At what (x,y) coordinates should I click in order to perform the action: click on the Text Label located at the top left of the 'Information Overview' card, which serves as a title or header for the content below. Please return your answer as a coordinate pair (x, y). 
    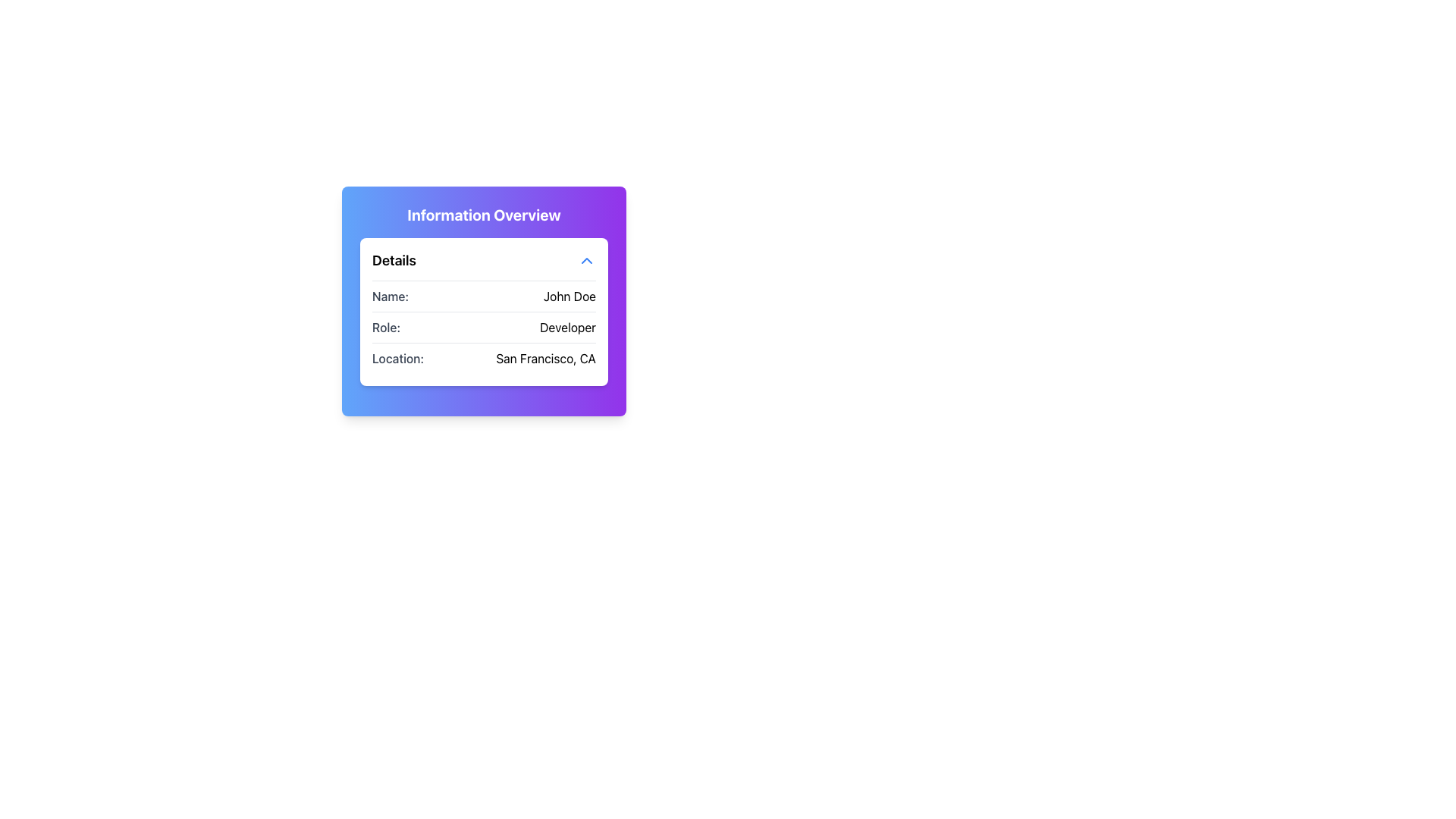
    Looking at the image, I should click on (394, 259).